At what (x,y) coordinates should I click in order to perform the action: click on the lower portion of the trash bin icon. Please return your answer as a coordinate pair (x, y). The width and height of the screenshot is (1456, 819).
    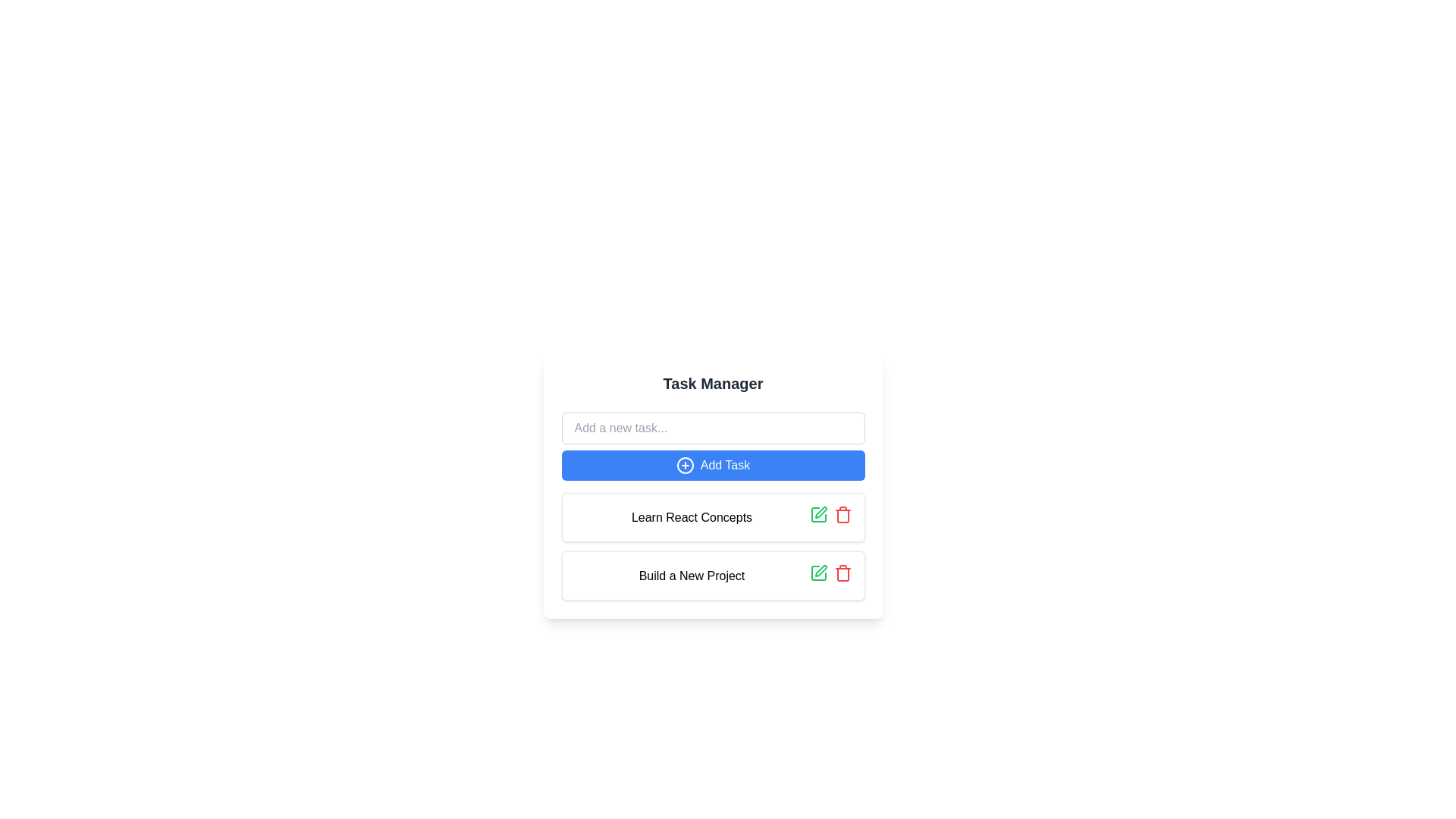
    Looking at the image, I should click on (842, 575).